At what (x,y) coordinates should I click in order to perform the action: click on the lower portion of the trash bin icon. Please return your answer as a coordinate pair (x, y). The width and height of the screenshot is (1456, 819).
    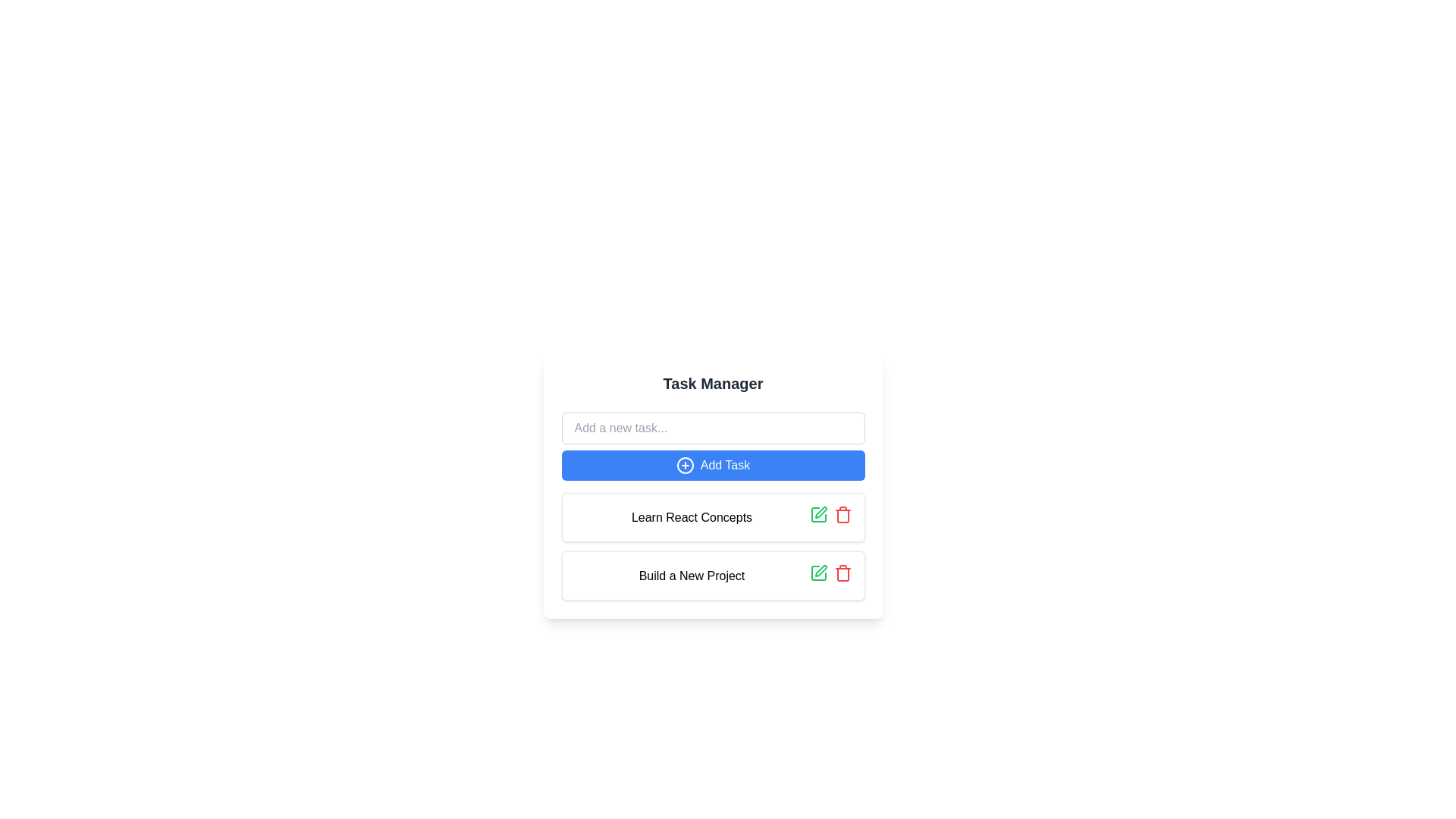
    Looking at the image, I should click on (842, 575).